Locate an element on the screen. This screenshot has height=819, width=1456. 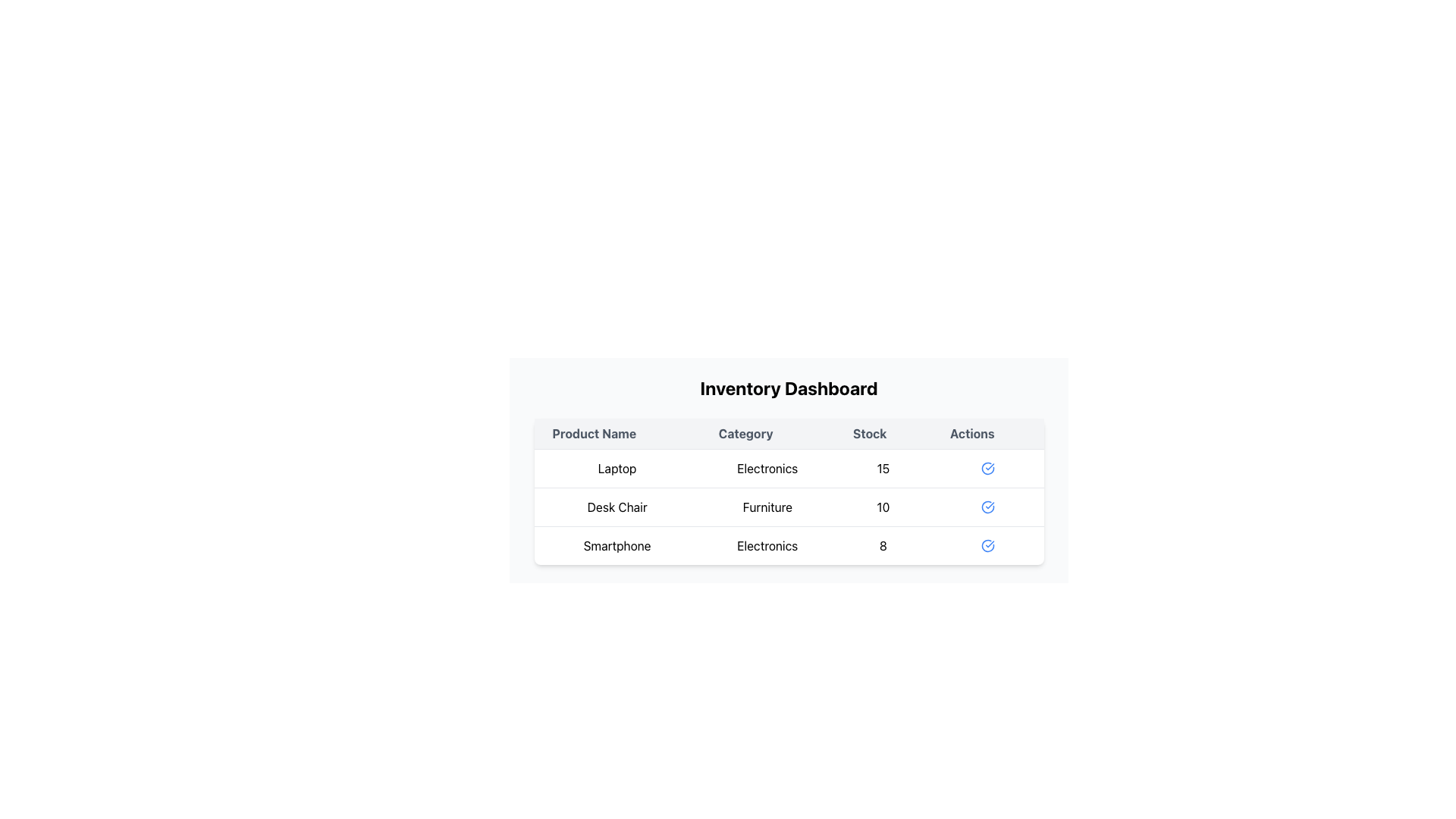
the static text label reading 'Category' located in the header row of a table, centrally aligned between 'Product Name' and 'Stock' is located at coordinates (767, 434).